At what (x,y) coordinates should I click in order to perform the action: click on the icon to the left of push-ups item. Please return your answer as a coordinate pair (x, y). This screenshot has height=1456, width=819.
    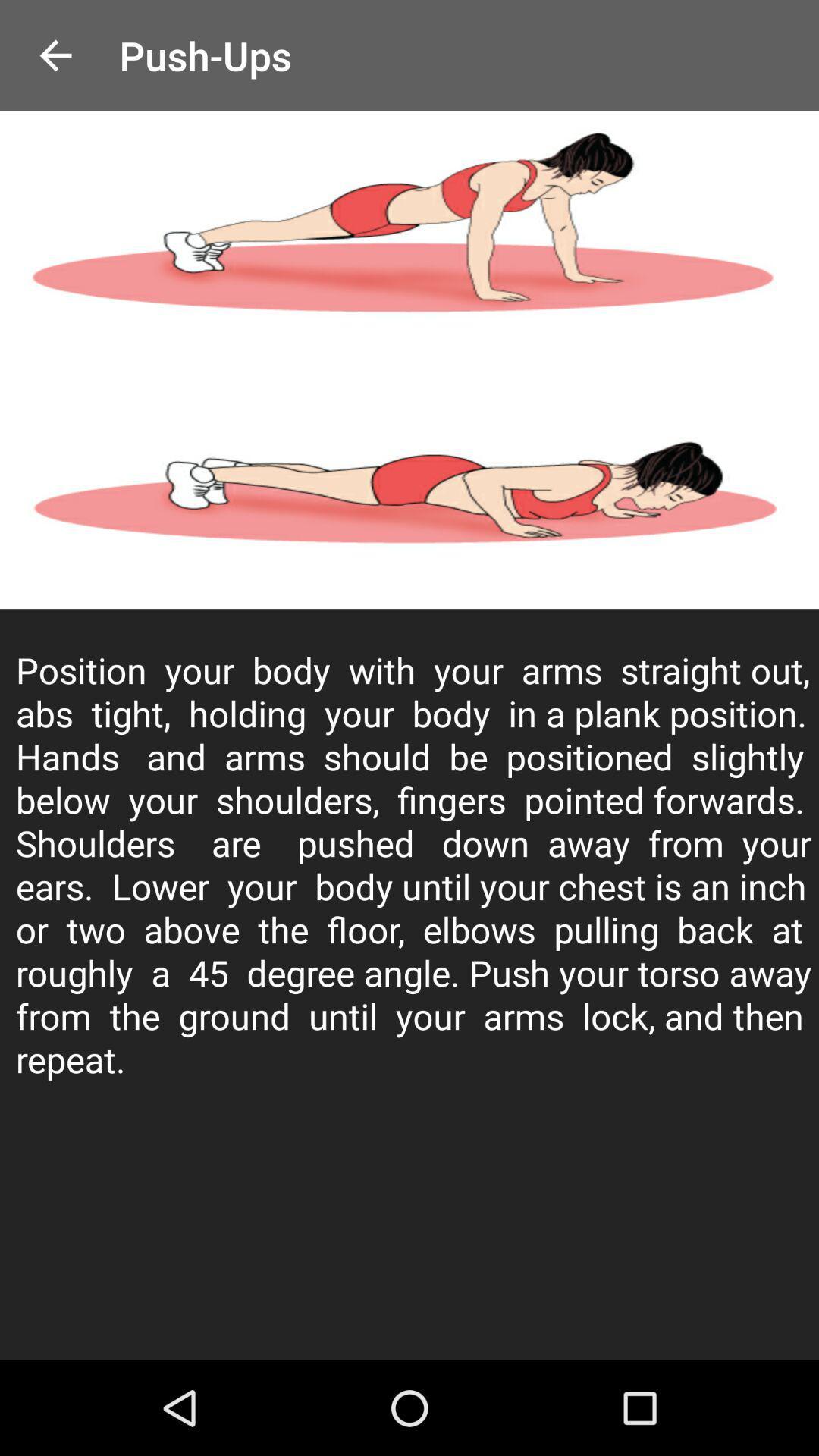
    Looking at the image, I should click on (55, 55).